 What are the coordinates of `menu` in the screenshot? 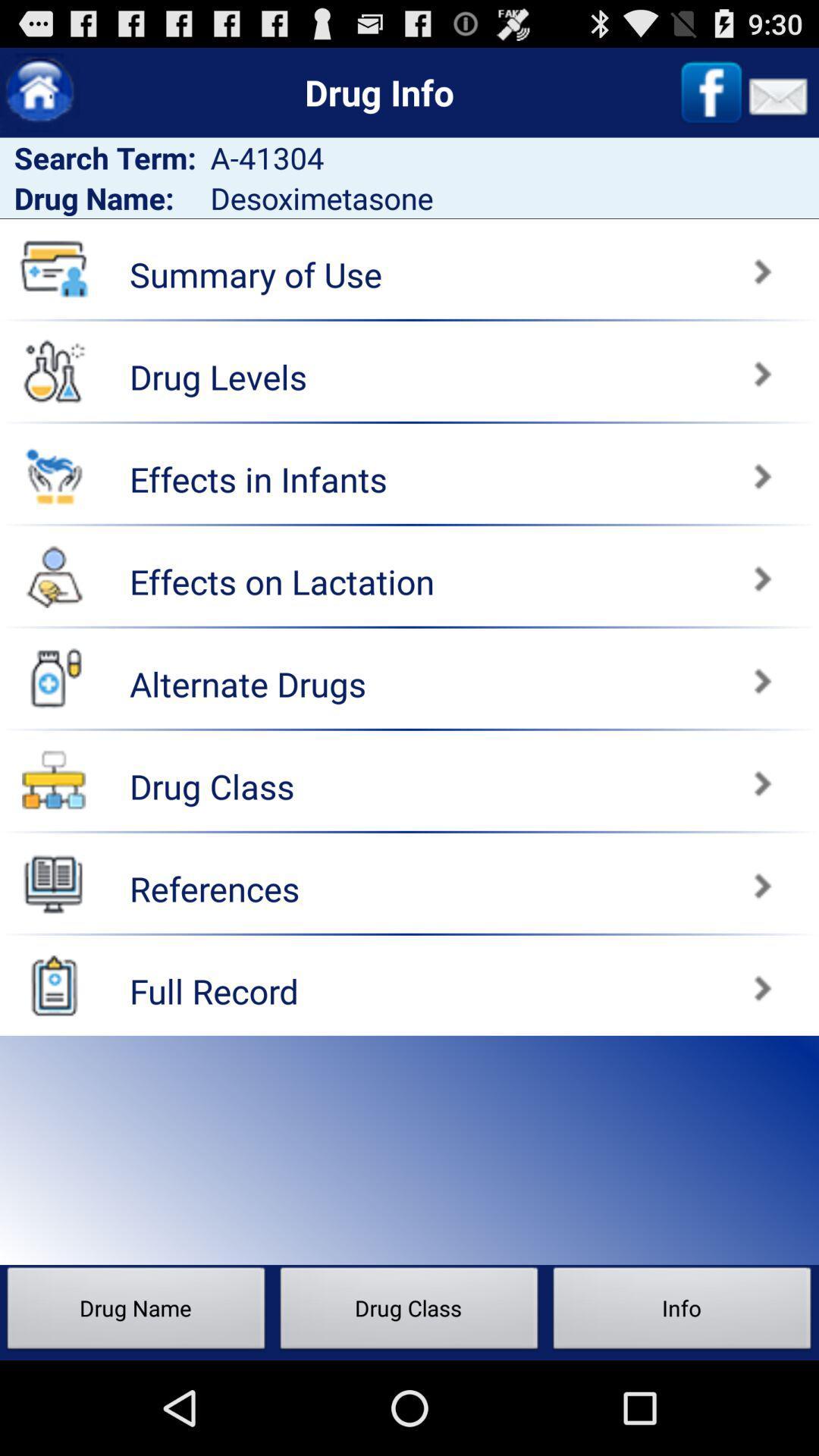 It's located at (53, 883).